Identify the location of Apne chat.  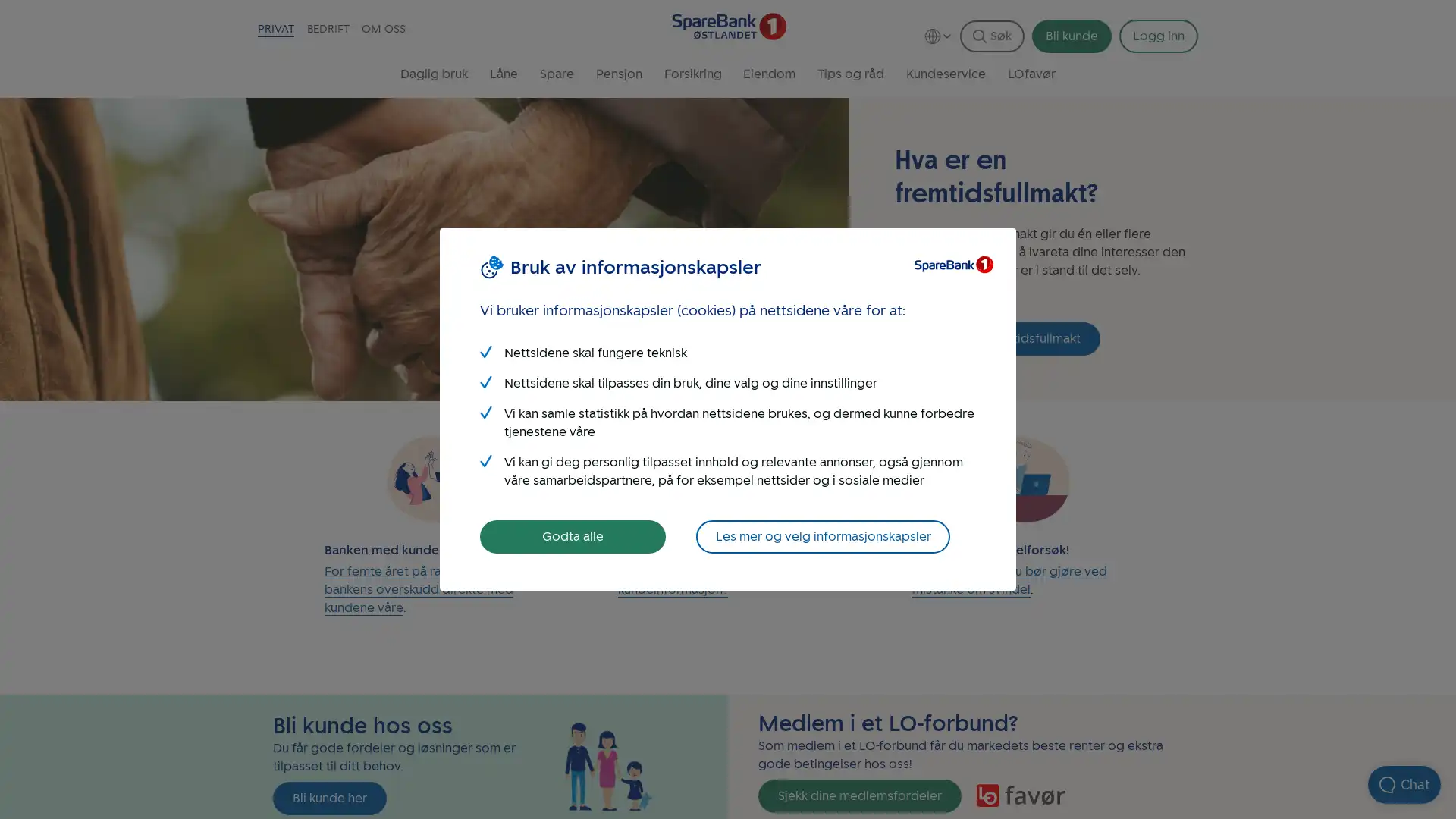
(1404, 784).